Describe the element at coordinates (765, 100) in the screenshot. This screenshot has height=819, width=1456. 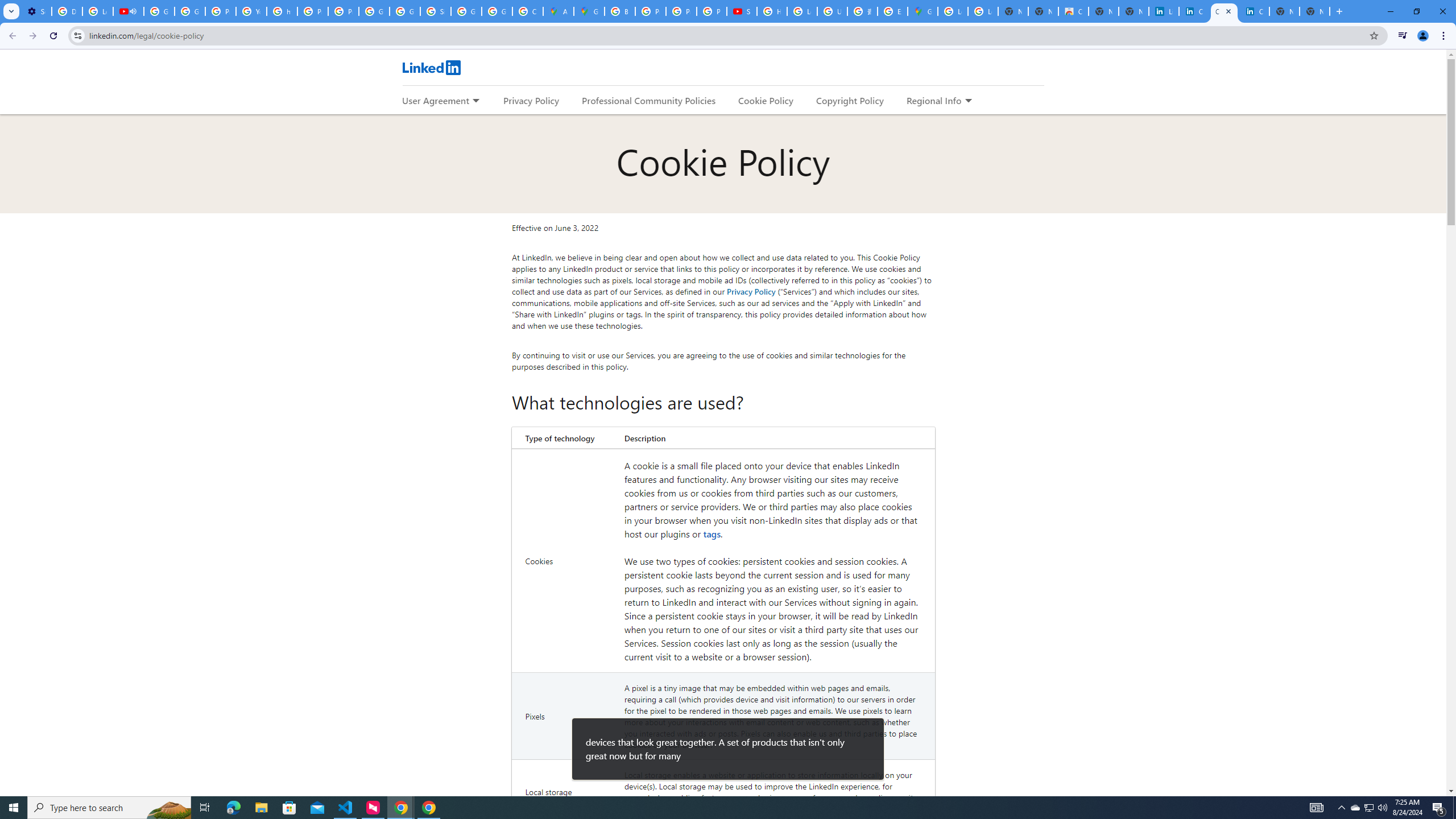
I see `'Cookie Policy'` at that location.